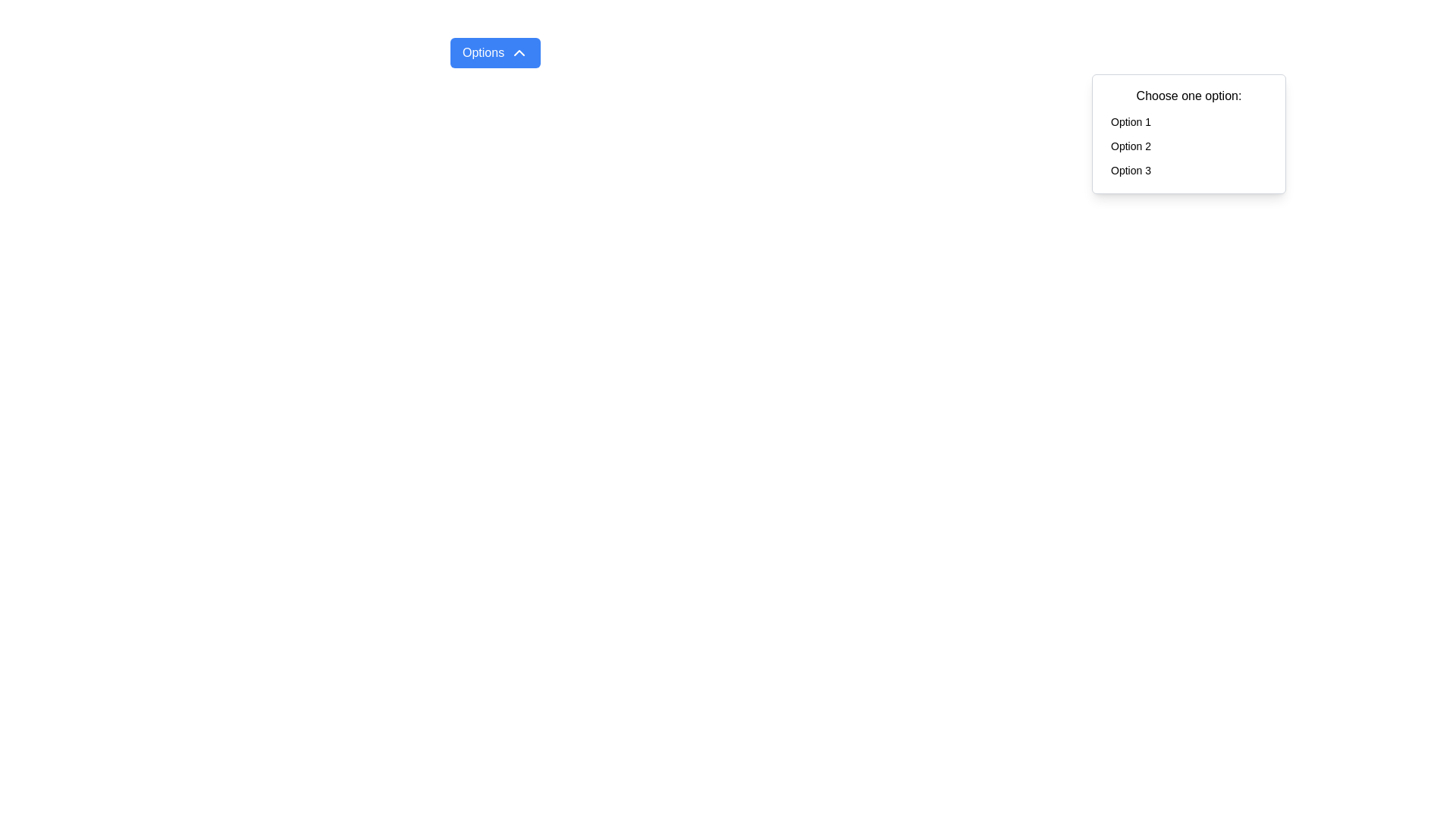 This screenshot has height=819, width=1456. Describe the element at coordinates (519, 52) in the screenshot. I see `the chevron icon located on the right side of the 'Options' button` at that location.